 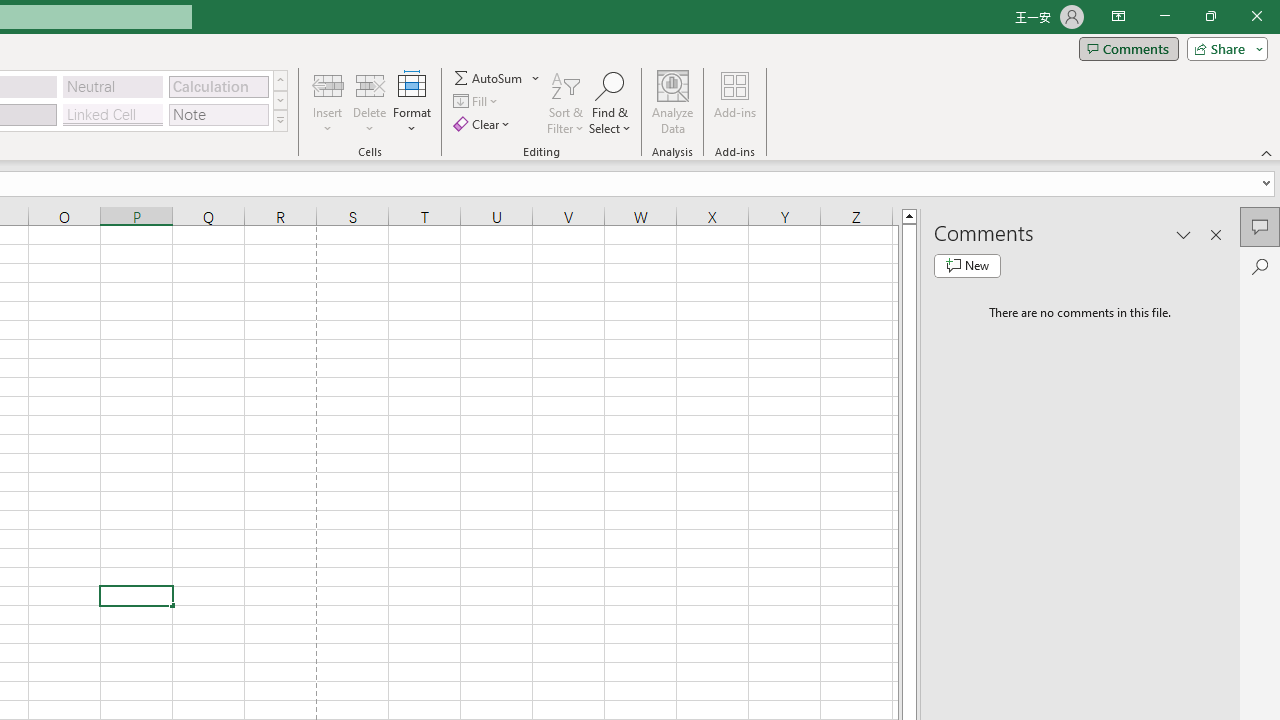 What do you see at coordinates (1222, 47) in the screenshot?
I see `'Share'` at bounding box center [1222, 47].